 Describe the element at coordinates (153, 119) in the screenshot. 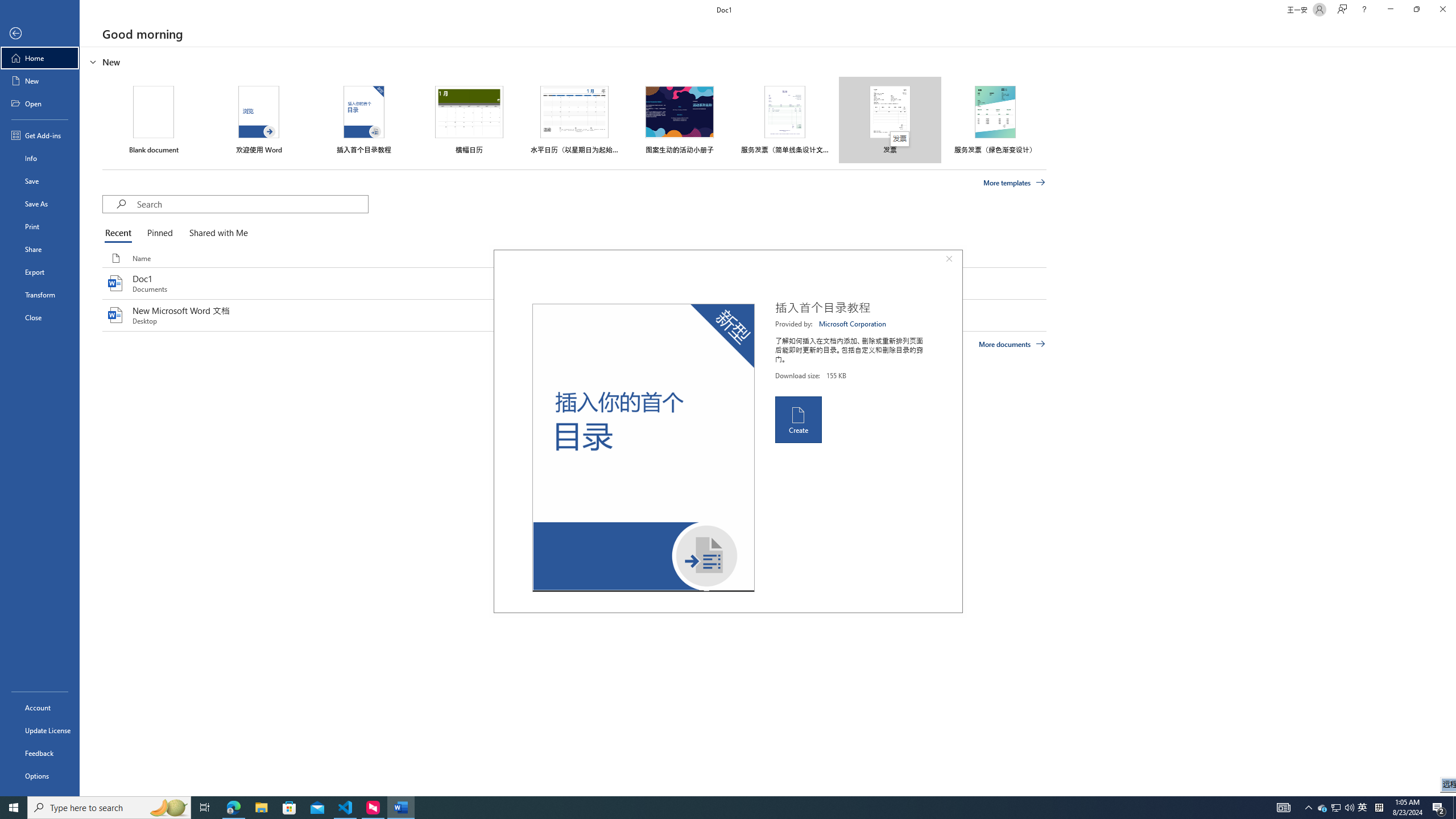

I see `'Blank document'` at that location.